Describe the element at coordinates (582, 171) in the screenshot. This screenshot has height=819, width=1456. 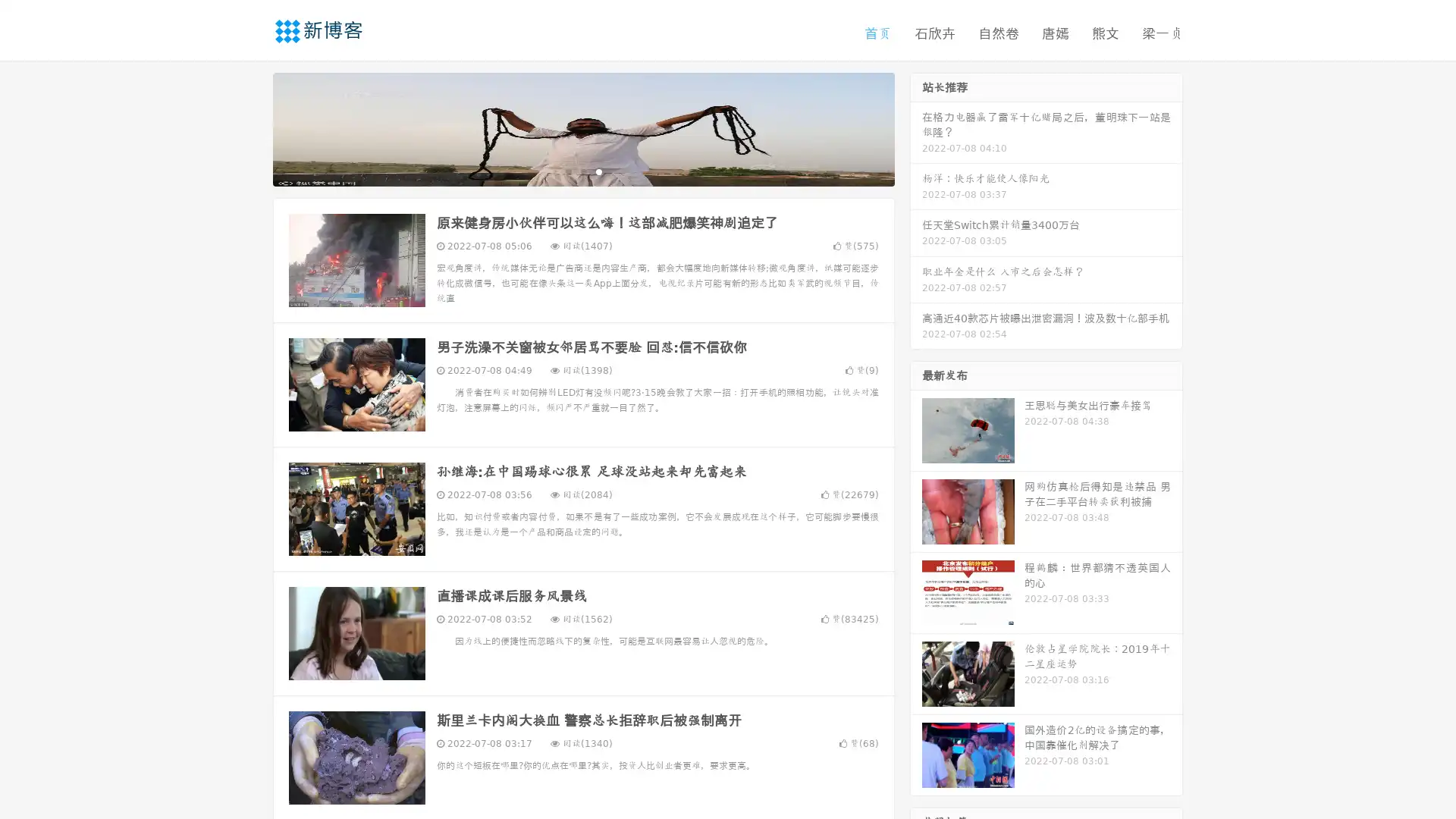
I see `Go to slide 2` at that location.